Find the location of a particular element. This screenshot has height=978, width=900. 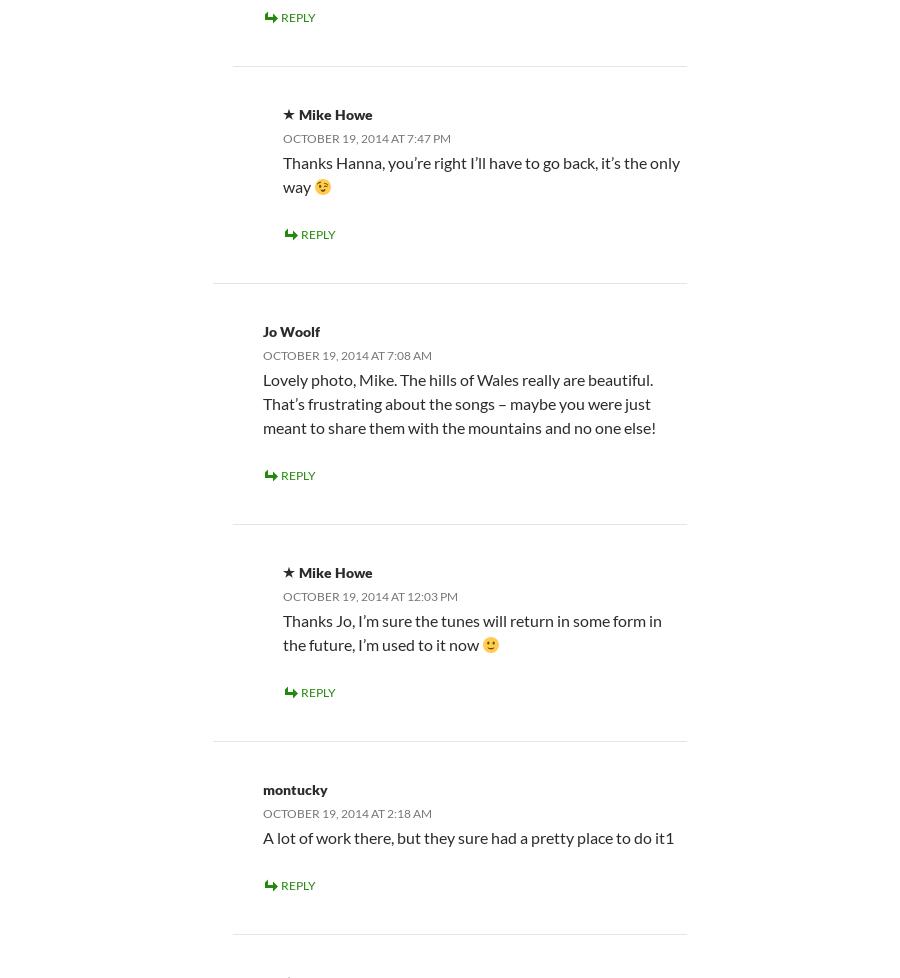

'October 19, 2014 at 12:03 pm' is located at coordinates (370, 595).